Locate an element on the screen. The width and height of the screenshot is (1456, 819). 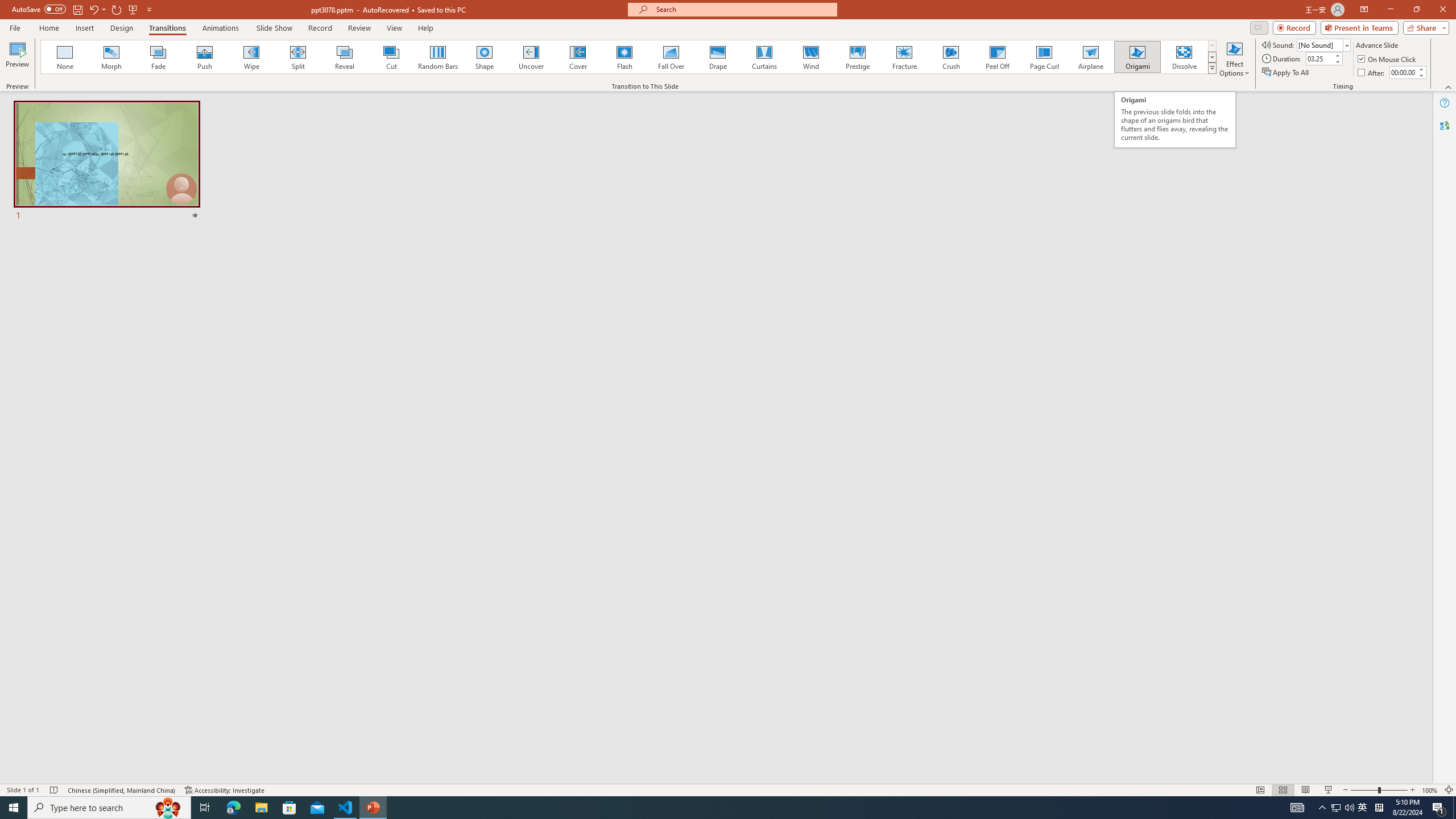
'Wipe' is located at coordinates (251, 56).